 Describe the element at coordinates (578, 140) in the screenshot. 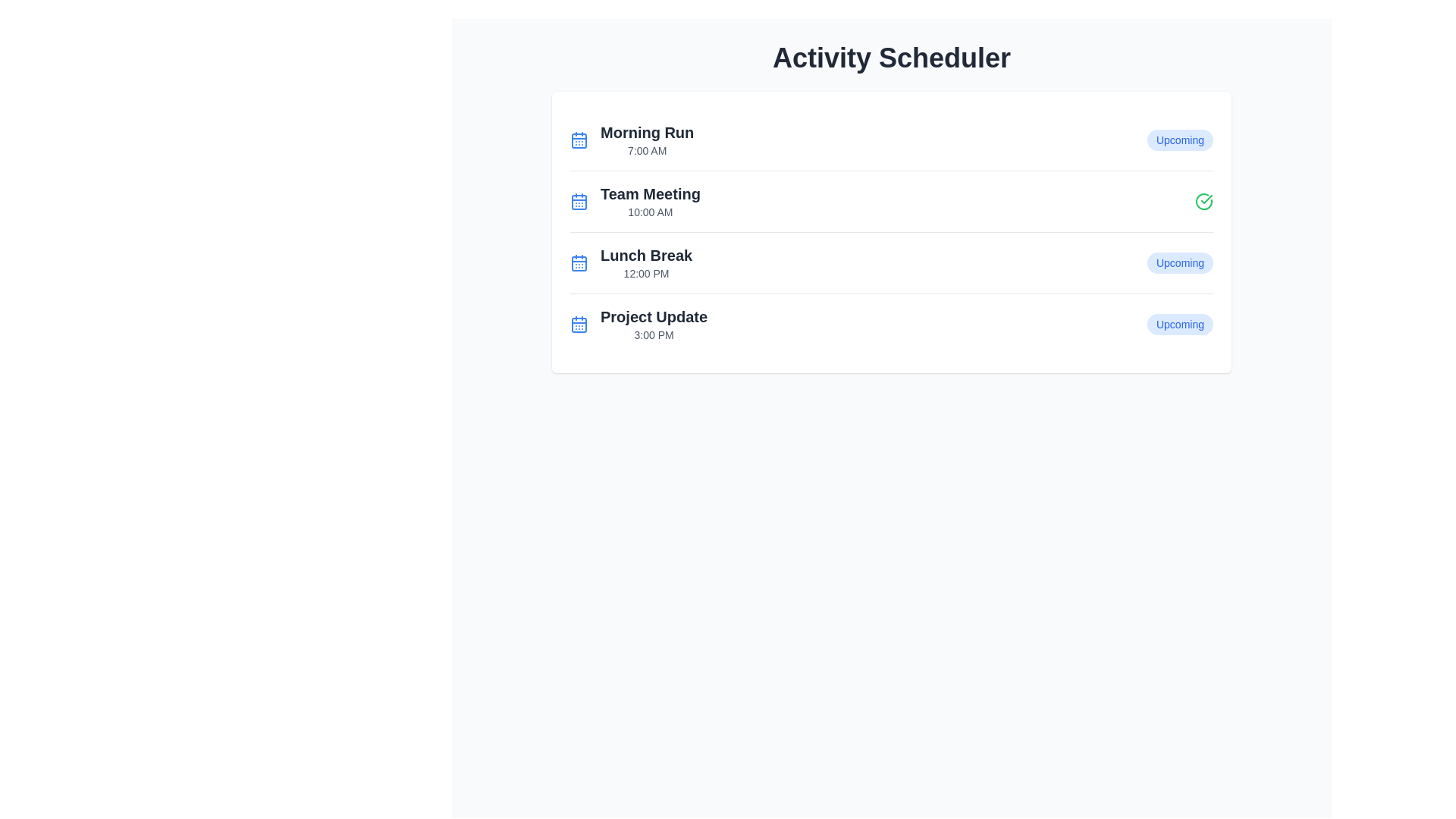

I see `the icon representing the 'Morning Run' event on the calendar` at that location.